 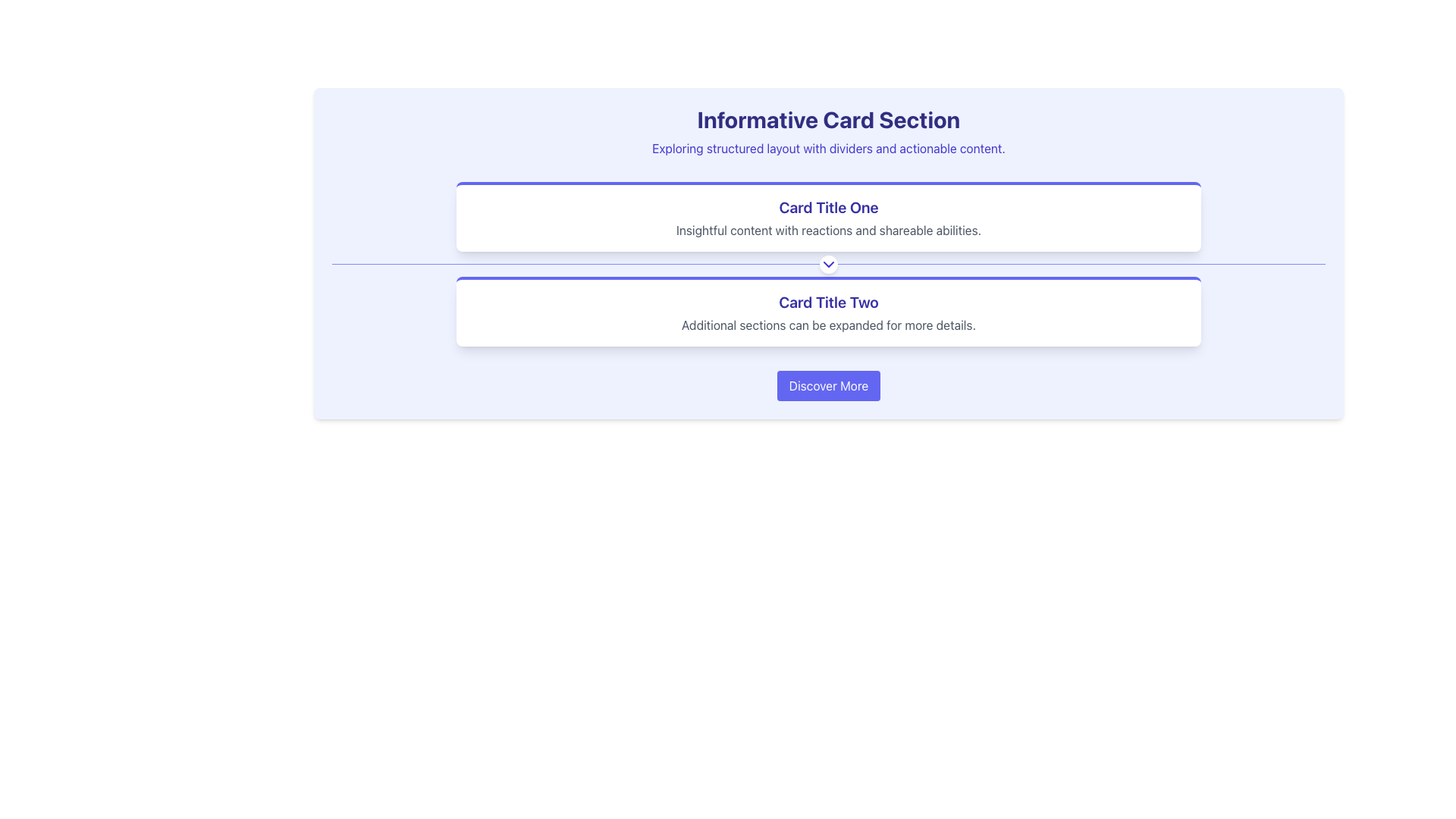 I want to click on the downward-facing chevron icon with a white circular background and indigo coloring, which is centered along a horizontal divider, so click(x=828, y=262).